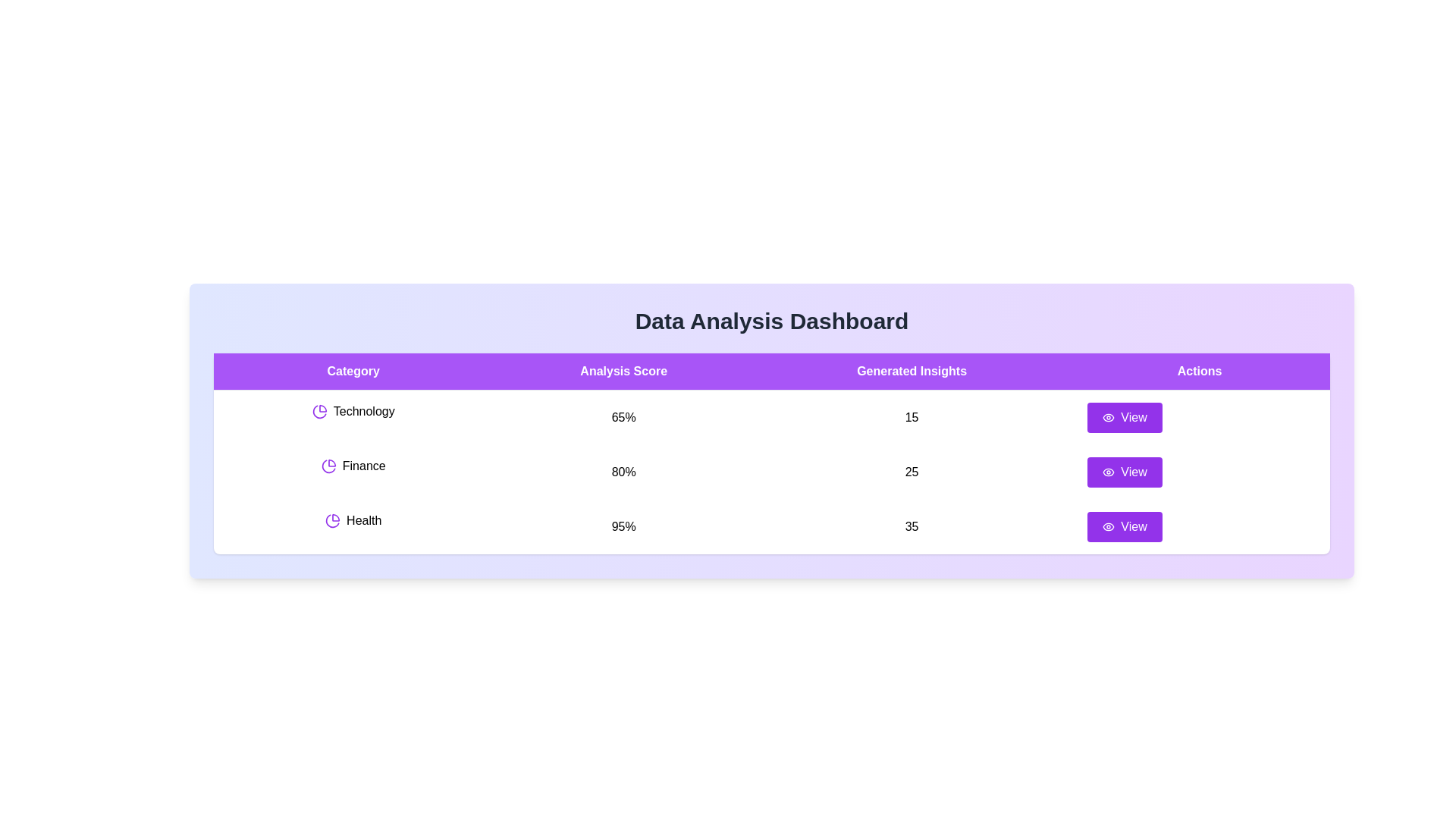 The image size is (1456, 819). I want to click on the text element labeled Technology, so click(353, 412).